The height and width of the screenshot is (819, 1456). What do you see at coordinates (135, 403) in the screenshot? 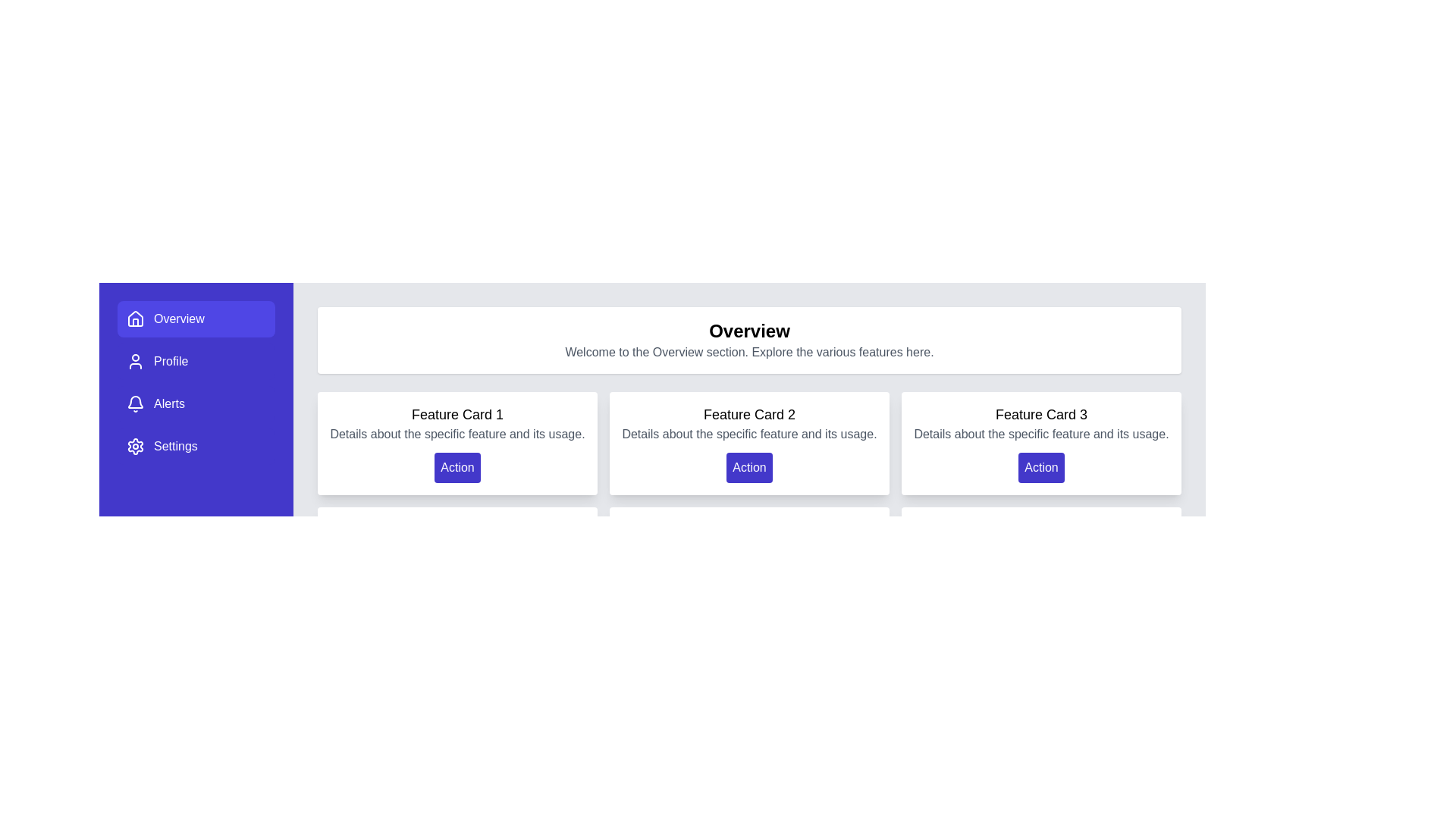
I see `the notification bell icon outlined in white on a purple background, located in the sidebar navigation menu next to the 'Alerts' text` at bounding box center [135, 403].